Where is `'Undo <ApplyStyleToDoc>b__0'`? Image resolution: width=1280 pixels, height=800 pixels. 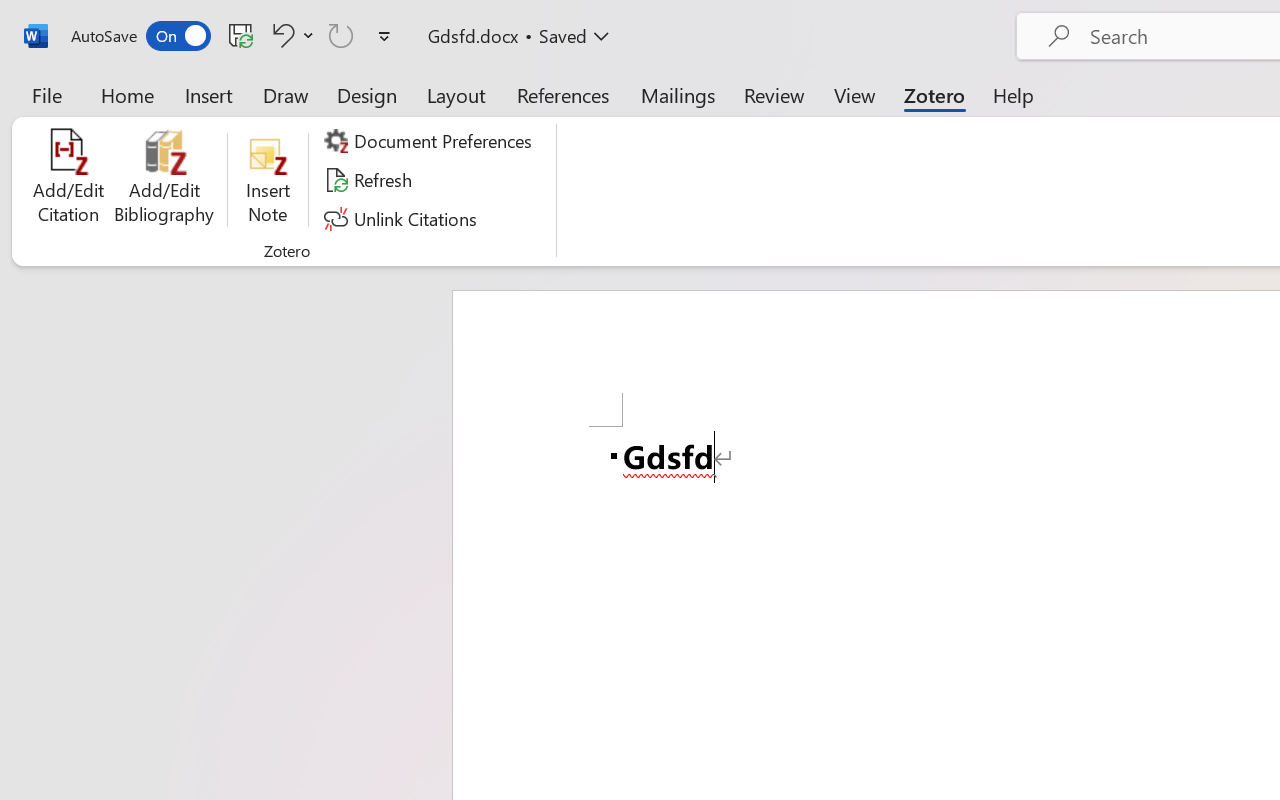
'Undo <ApplyStyleToDoc>b__0' is located at coordinates (289, 34).